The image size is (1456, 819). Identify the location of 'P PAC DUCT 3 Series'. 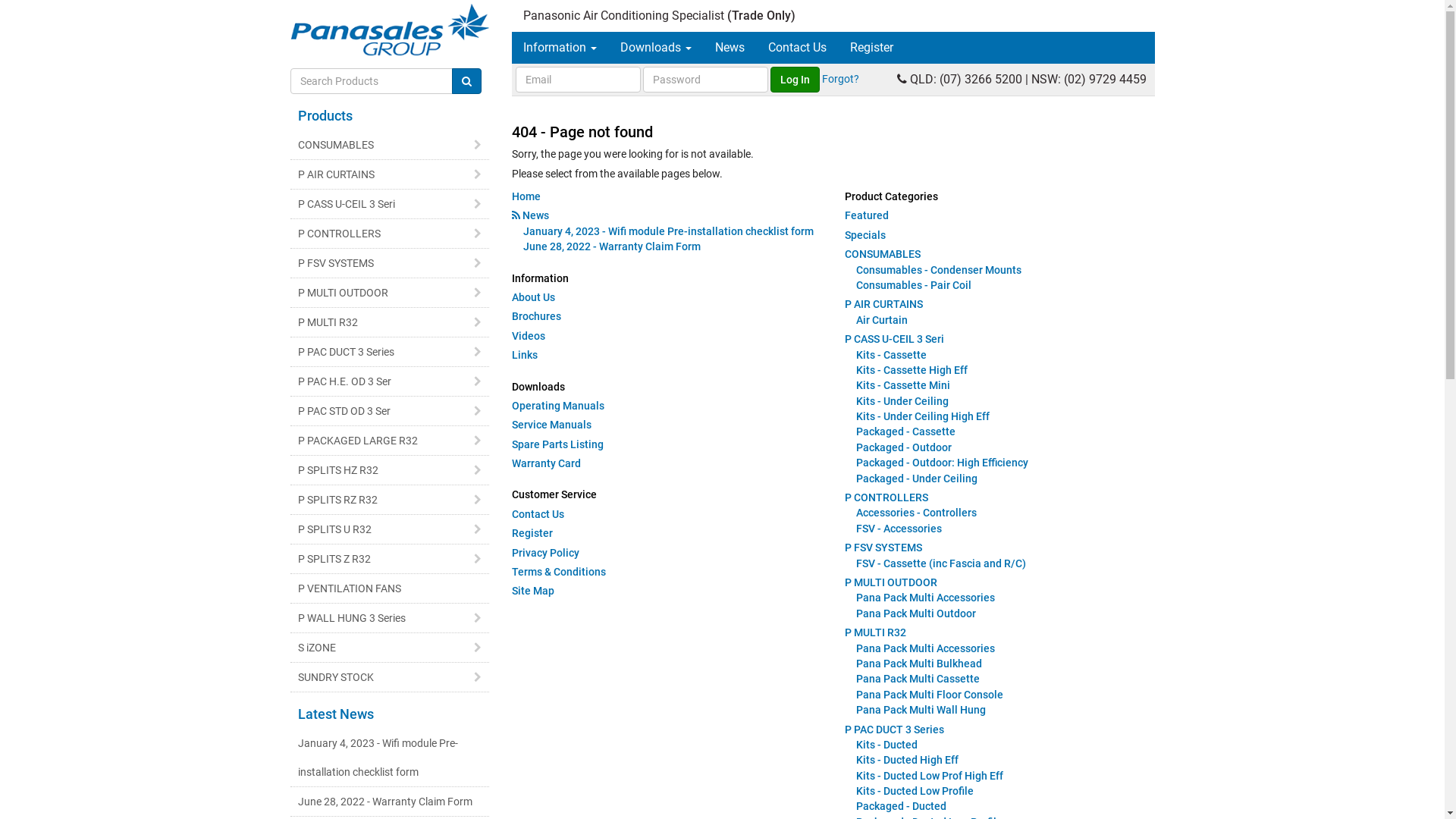
(389, 351).